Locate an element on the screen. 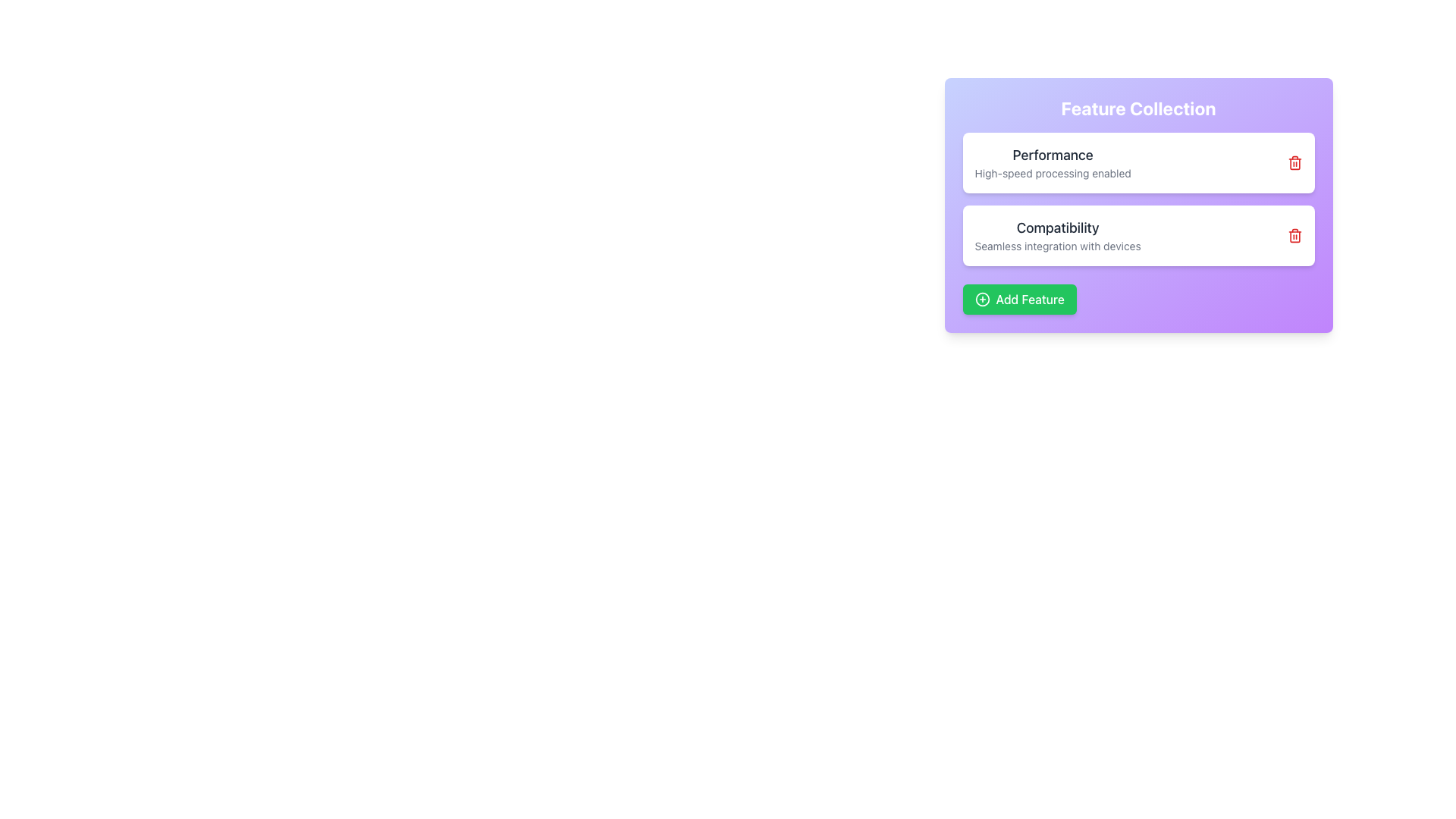 The height and width of the screenshot is (819, 1456). the circular outline of the 'Add Feature' button, which is part of an SVG icon resembling a plus sign within a circle, located in the lower-right corner of the feature collection card is located at coordinates (982, 299).